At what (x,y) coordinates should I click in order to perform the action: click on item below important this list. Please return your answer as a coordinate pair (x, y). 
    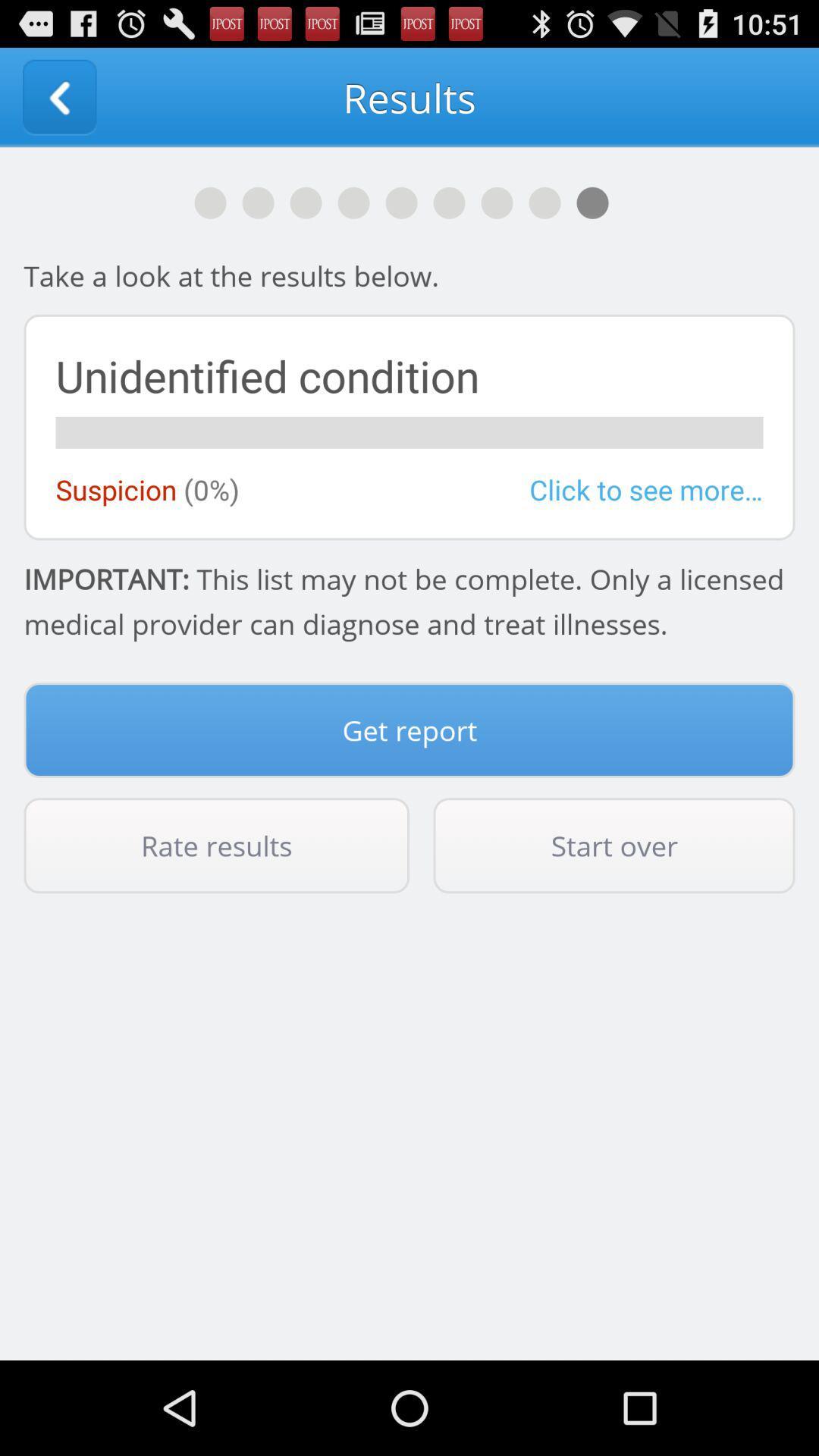
    Looking at the image, I should click on (409, 730).